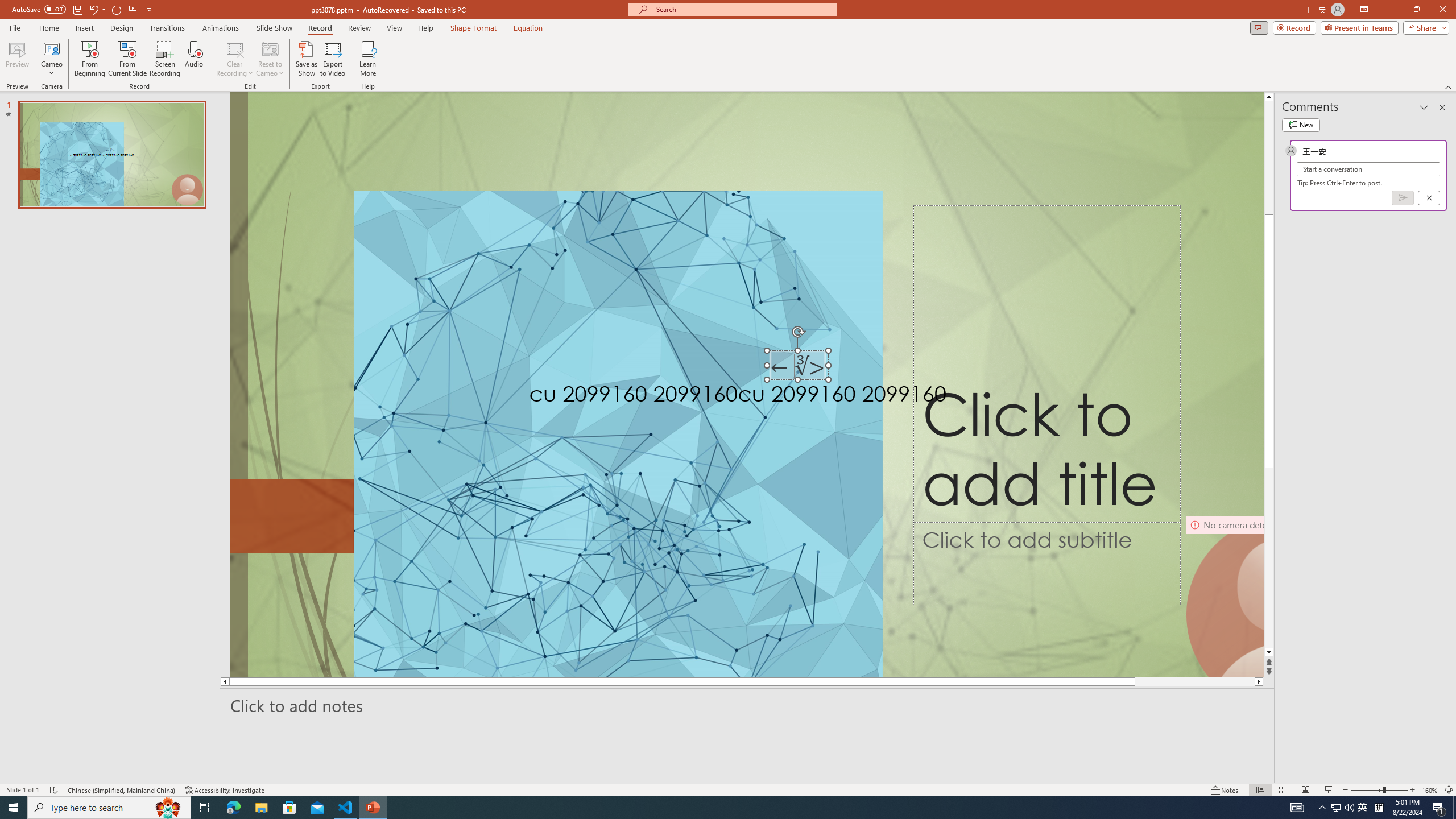 The height and width of the screenshot is (819, 1456). I want to click on 'Post comment (Ctrl + Enter)', so click(1403, 198).